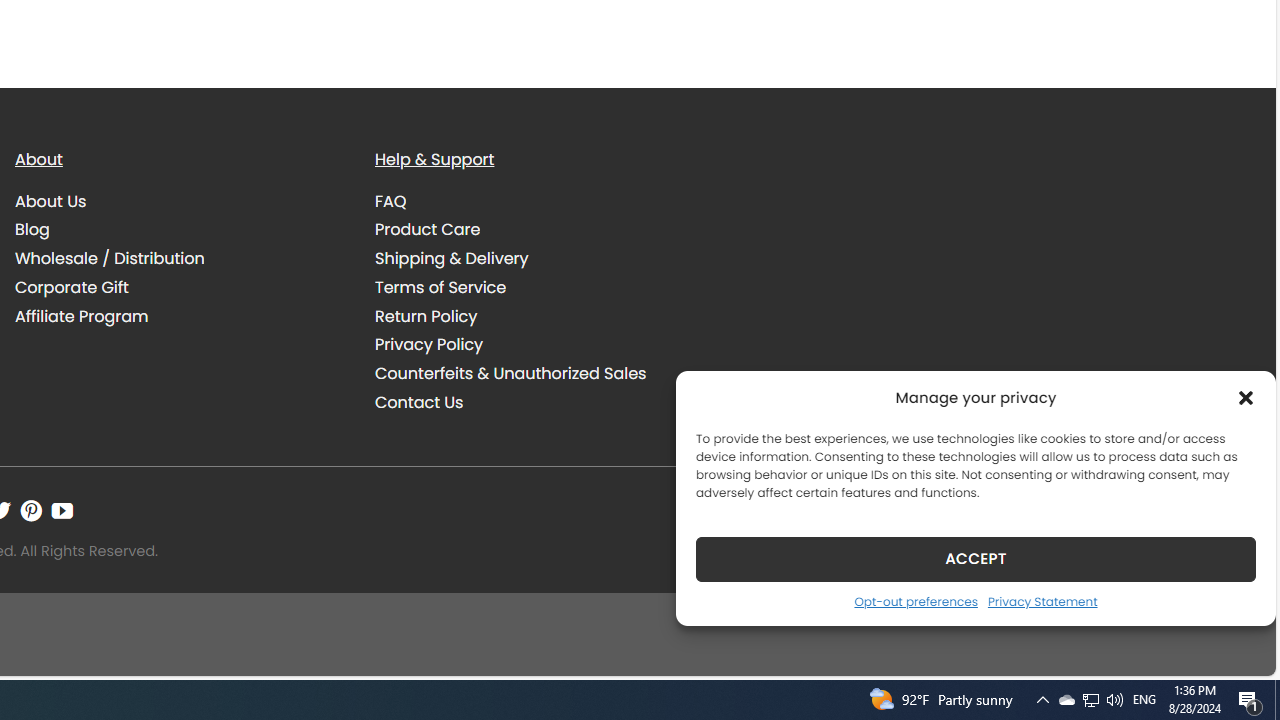 Image resolution: width=1280 pixels, height=720 pixels. Describe the element at coordinates (1245, 397) in the screenshot. I see `'Class: cmplz-close'` at that location.